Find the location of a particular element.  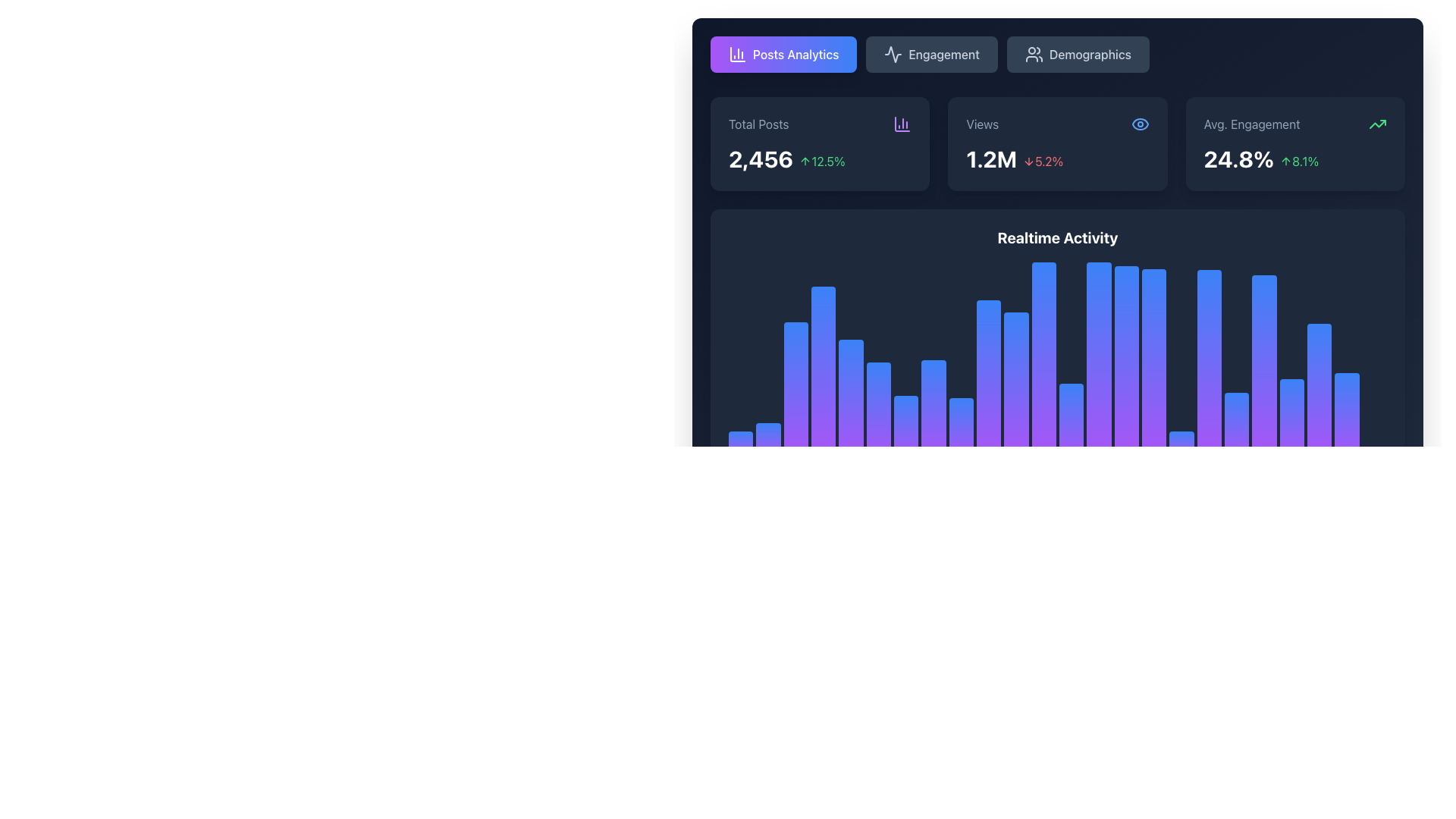

the thirteenth graphical bar in the bar chart located in the 'Realtime Activity' section to filter data is located at coordinates (1071, 371).